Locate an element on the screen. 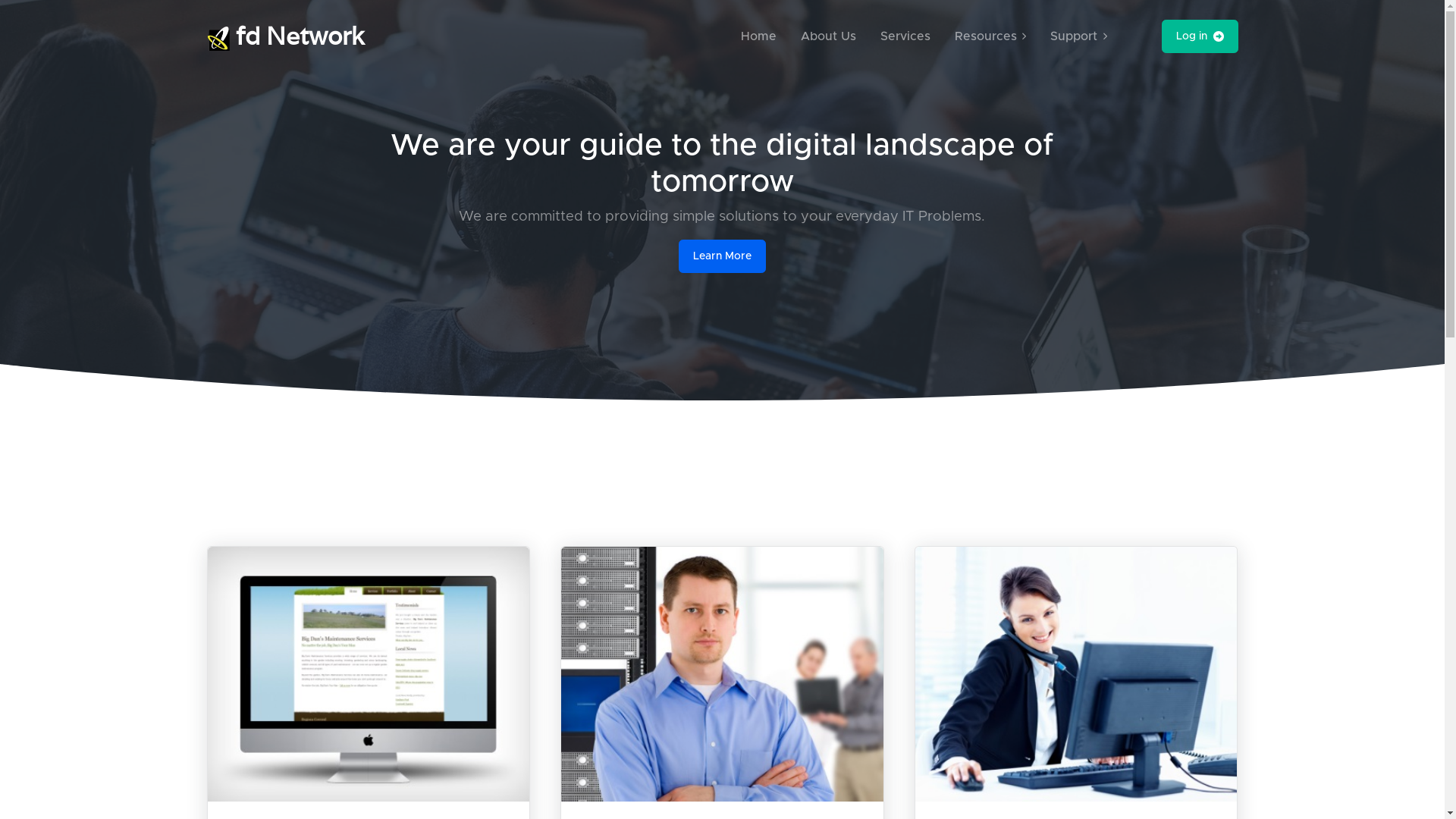 The image size is (1456, 819). 'Learn More' is located at coordinates (677, 256).